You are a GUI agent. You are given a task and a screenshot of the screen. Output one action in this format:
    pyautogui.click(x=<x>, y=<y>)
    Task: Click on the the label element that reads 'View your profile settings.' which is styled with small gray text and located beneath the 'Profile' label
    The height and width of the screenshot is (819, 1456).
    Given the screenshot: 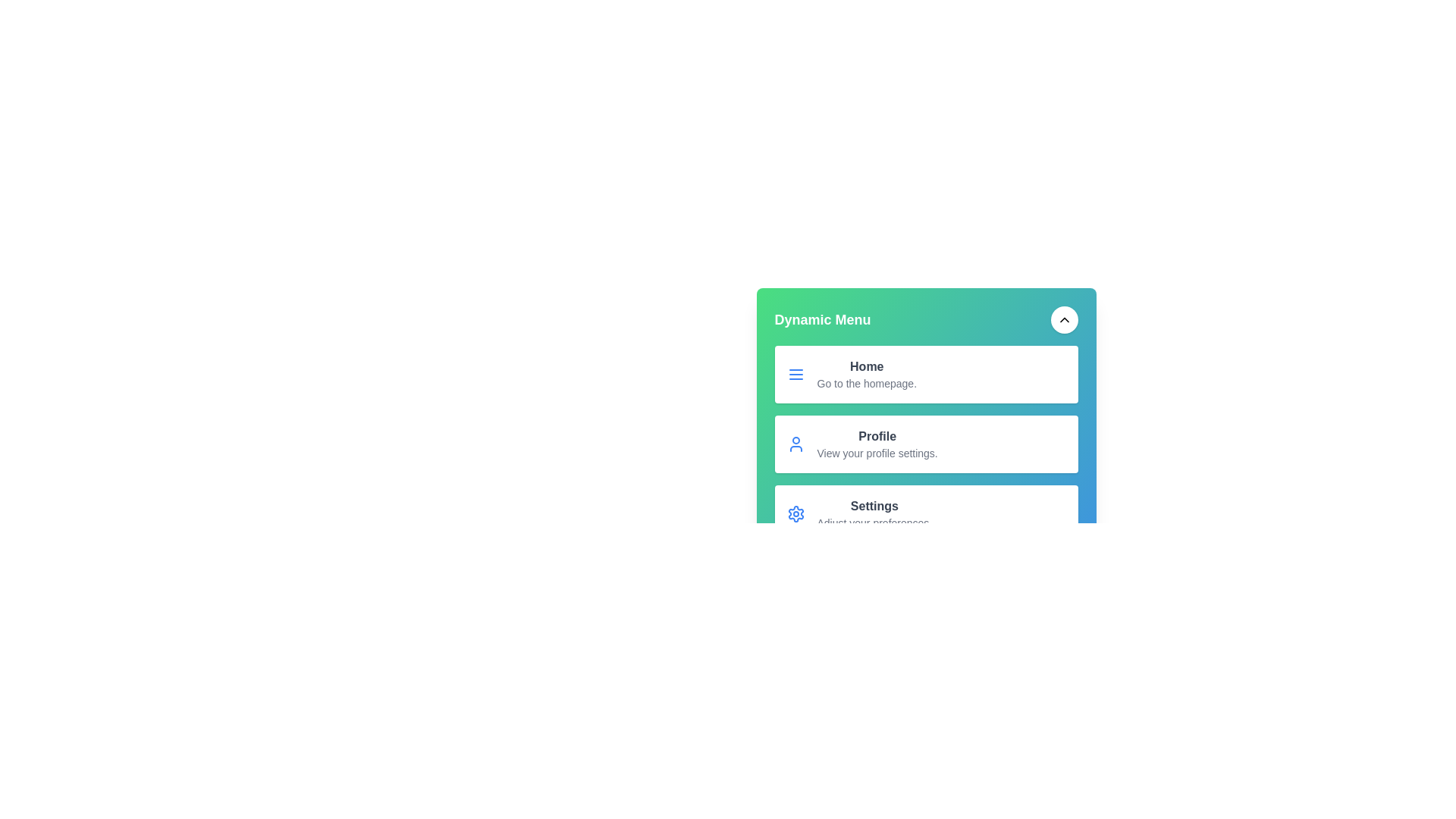 What is the action you would take?
    pyautogui.click(x=877, y=452)
    